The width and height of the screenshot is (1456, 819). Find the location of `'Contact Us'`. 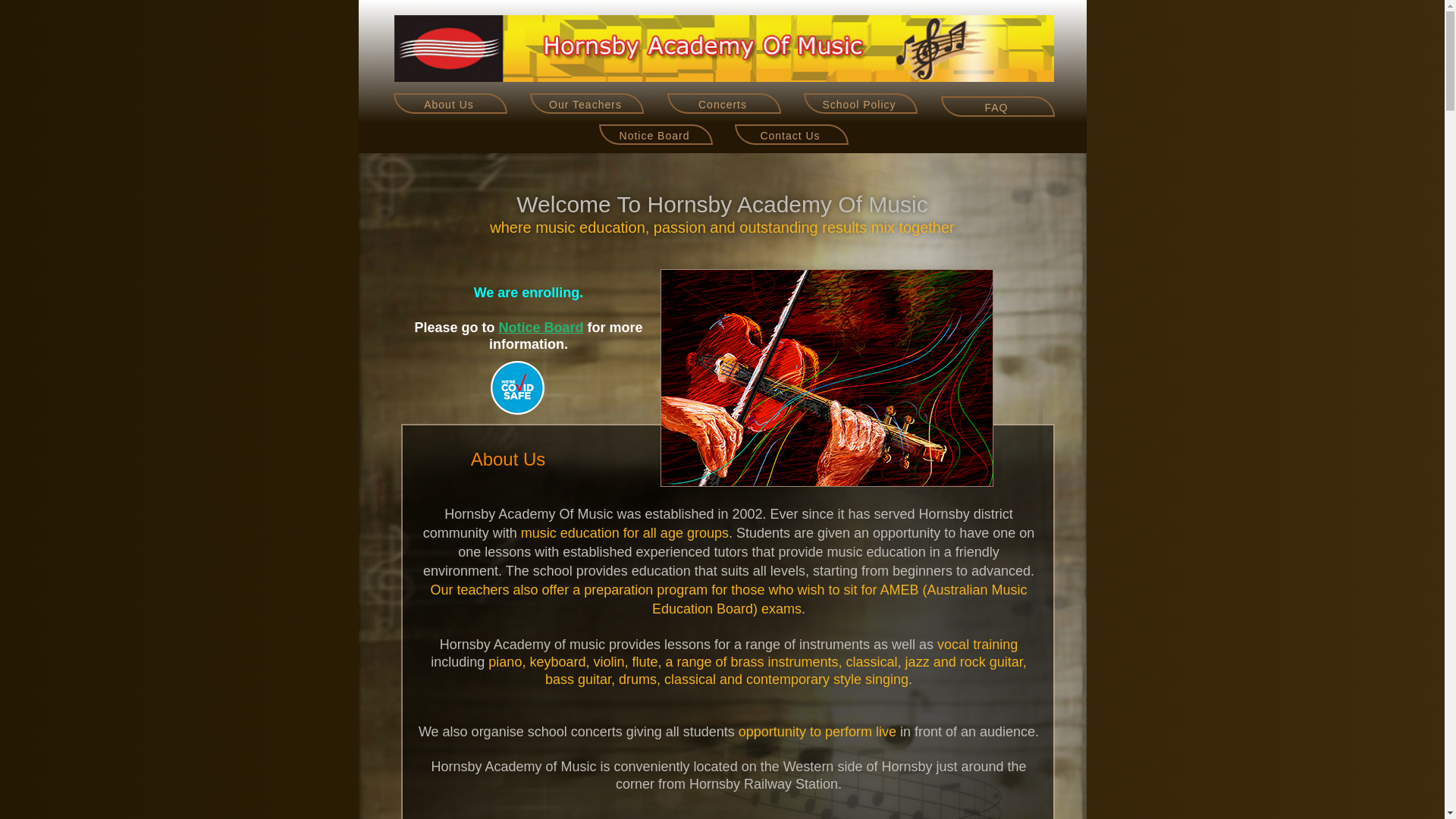

'Contact Us' is located at coordinates (789, 133).